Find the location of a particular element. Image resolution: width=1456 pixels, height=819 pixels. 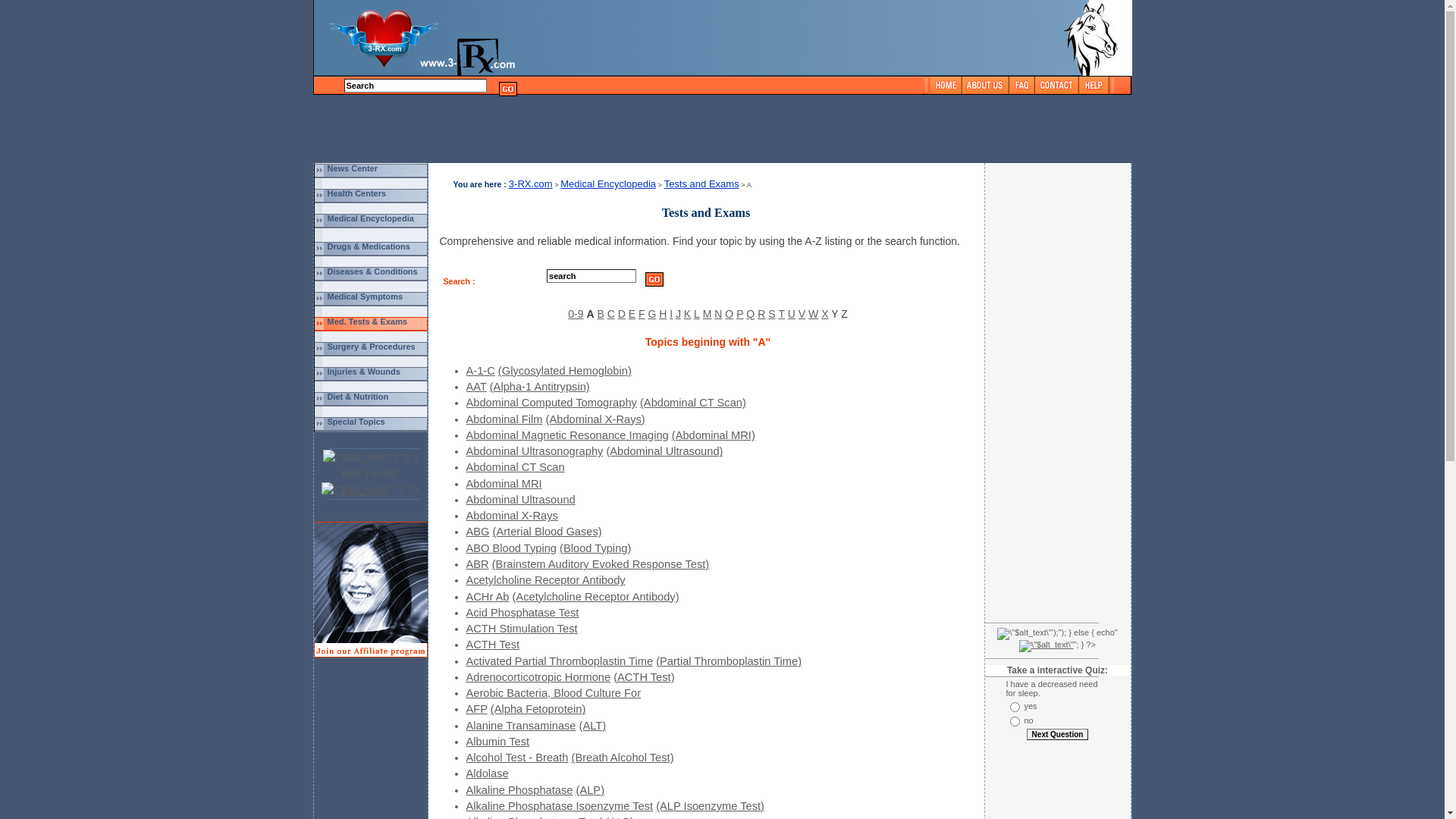

'Albumin Test' is located at coordinates (497, 741).